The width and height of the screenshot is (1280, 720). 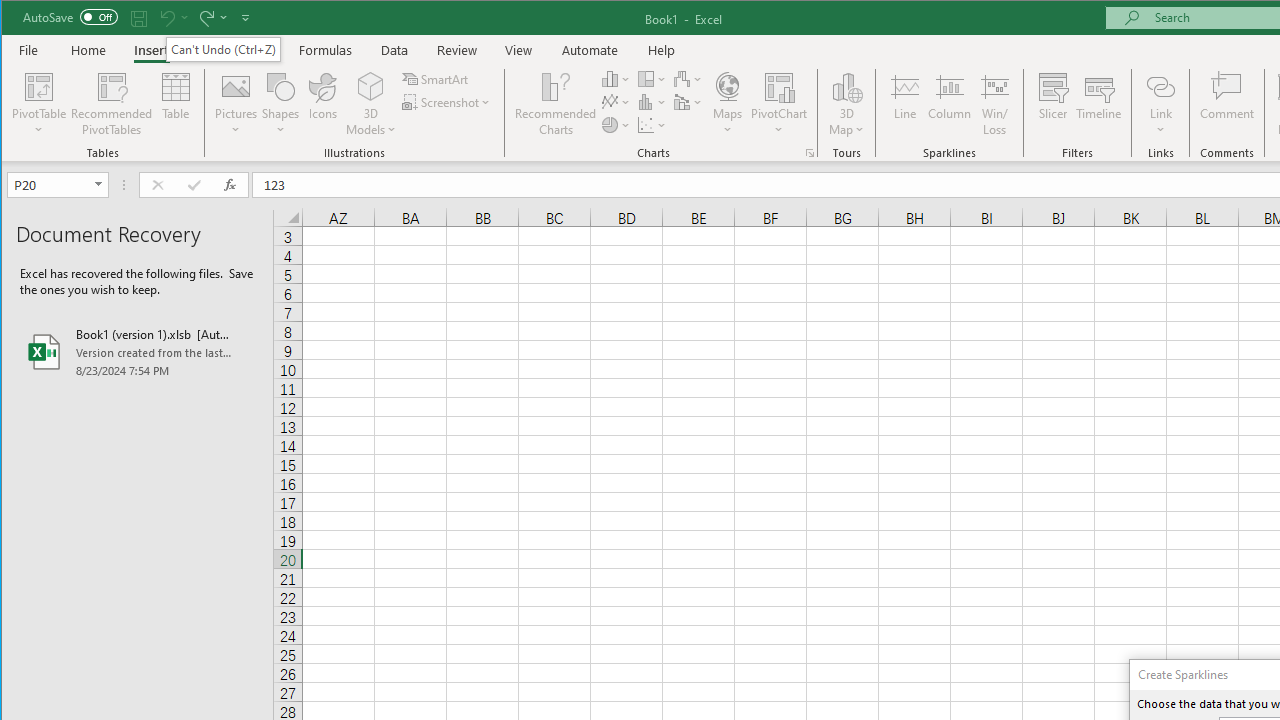 I want to click on 'Insert Waterfall, Funnel, Stock, Surface, or Radar Chart', so click(x=688, y=78).